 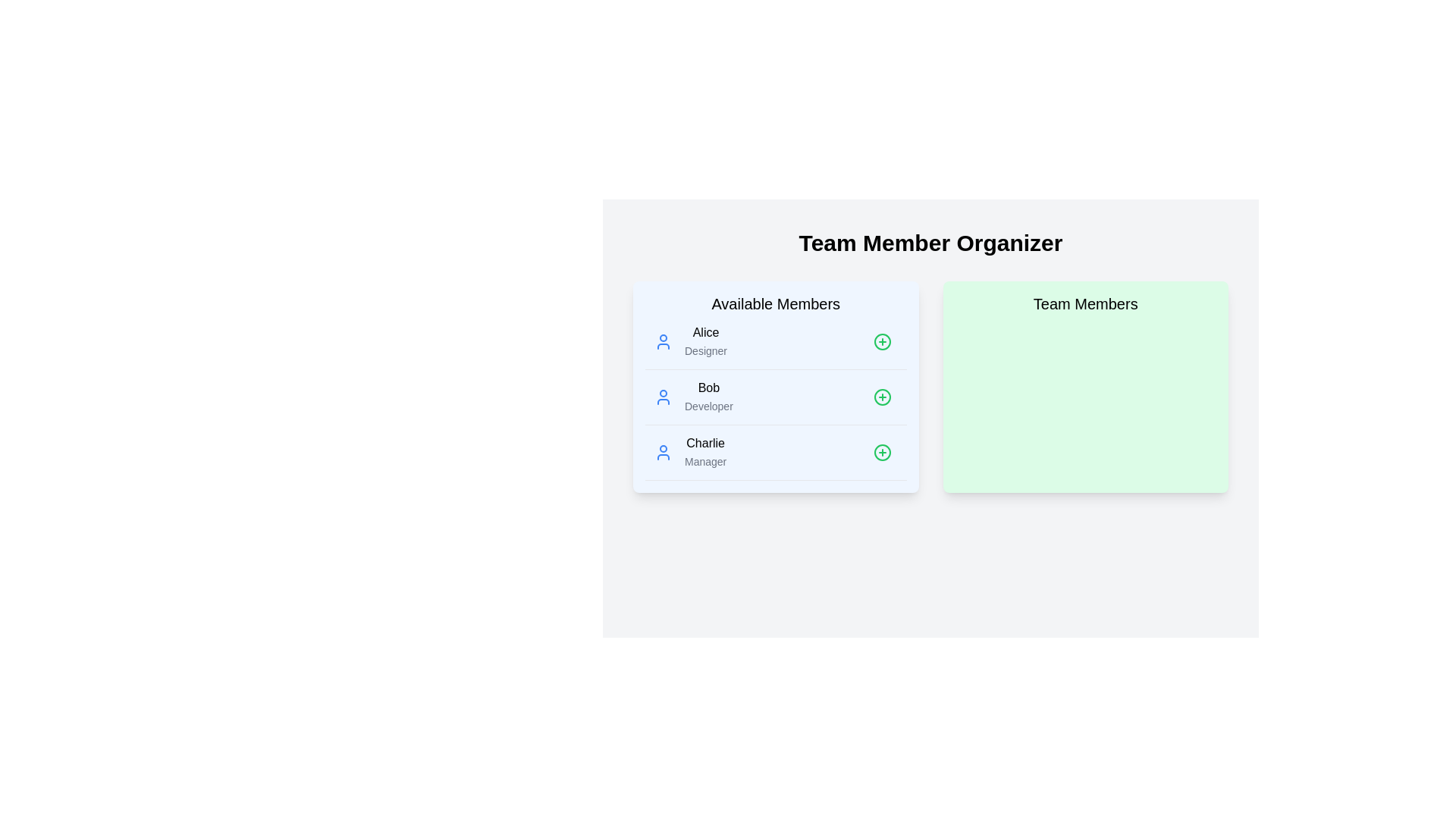 What do you see at coordinates (663, 397) in the screenshot?
I see `the user profile icon for the member named Bob, located in the 'Available Members' panel, to the left of the 'Bob' text label and above the 'Developer' text label` at bounding box center [663, 397].